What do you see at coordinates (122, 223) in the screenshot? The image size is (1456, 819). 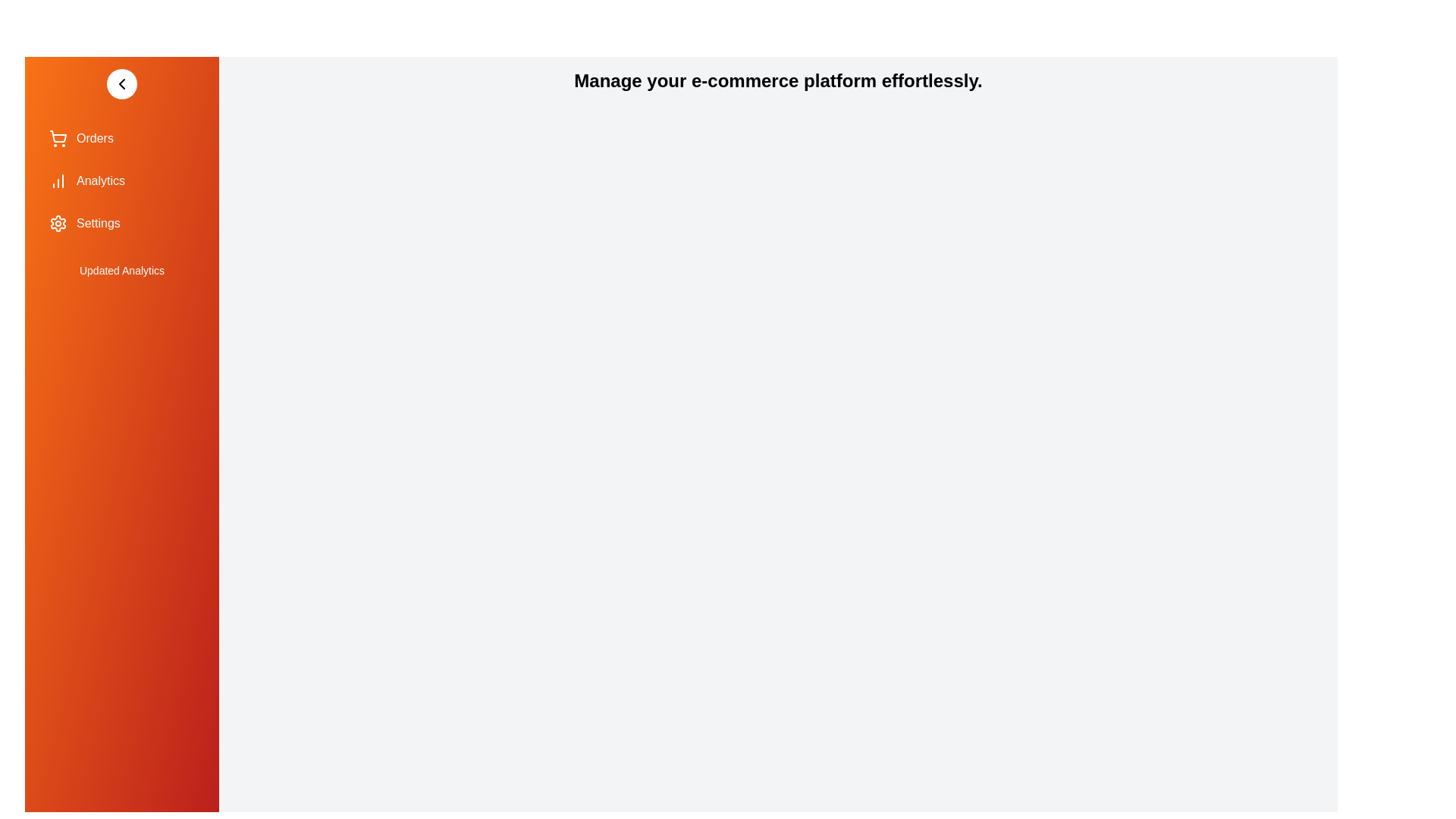 I see `the 'Settings' menu item in the sidebar` at bounding box center [122, 223].